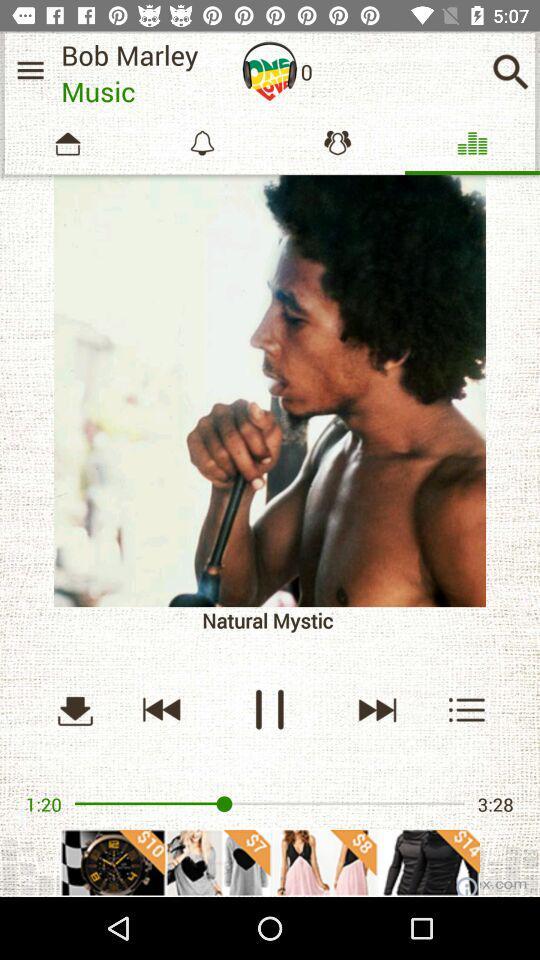 The height and width of the screenshot is (960, 540). What do you see at coordinates (74, 709) in the screenshot?
I see `downloads song` at bounding box center [74, 709].